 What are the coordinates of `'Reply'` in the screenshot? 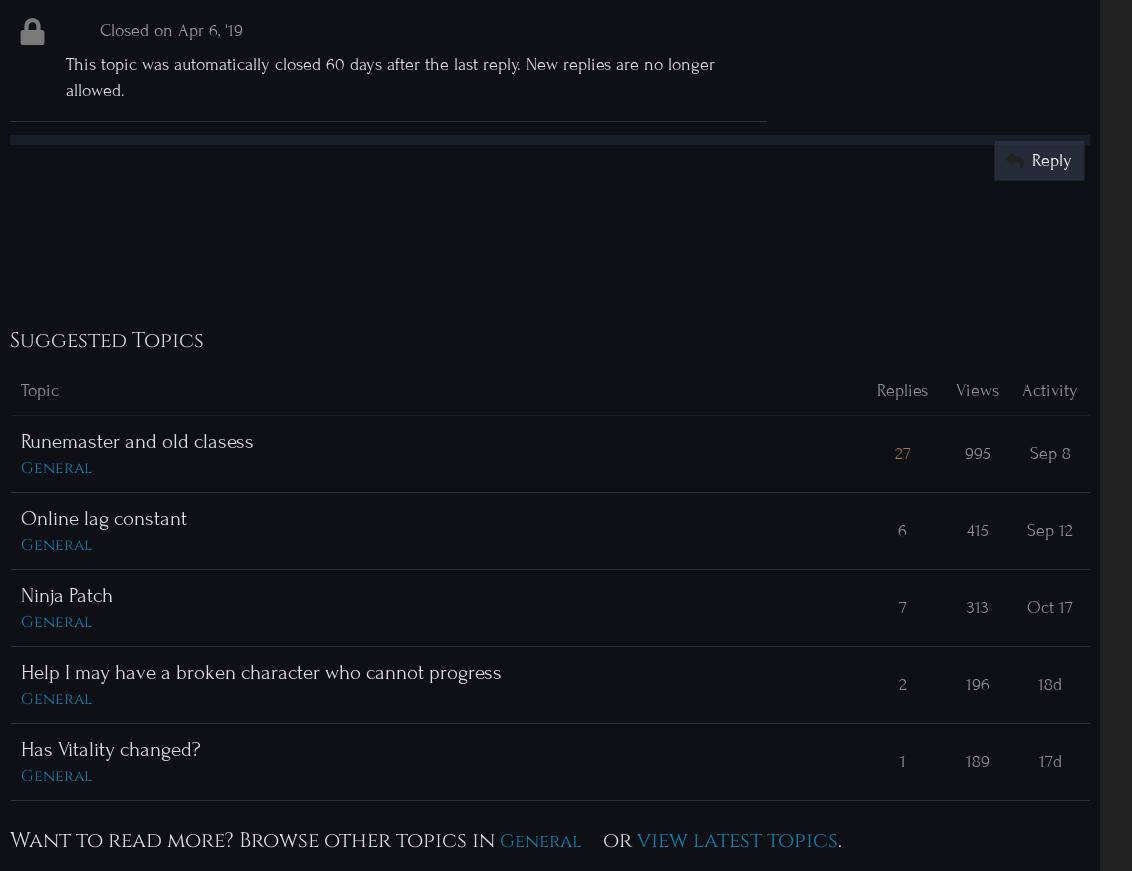 It's located at (1050, 160).